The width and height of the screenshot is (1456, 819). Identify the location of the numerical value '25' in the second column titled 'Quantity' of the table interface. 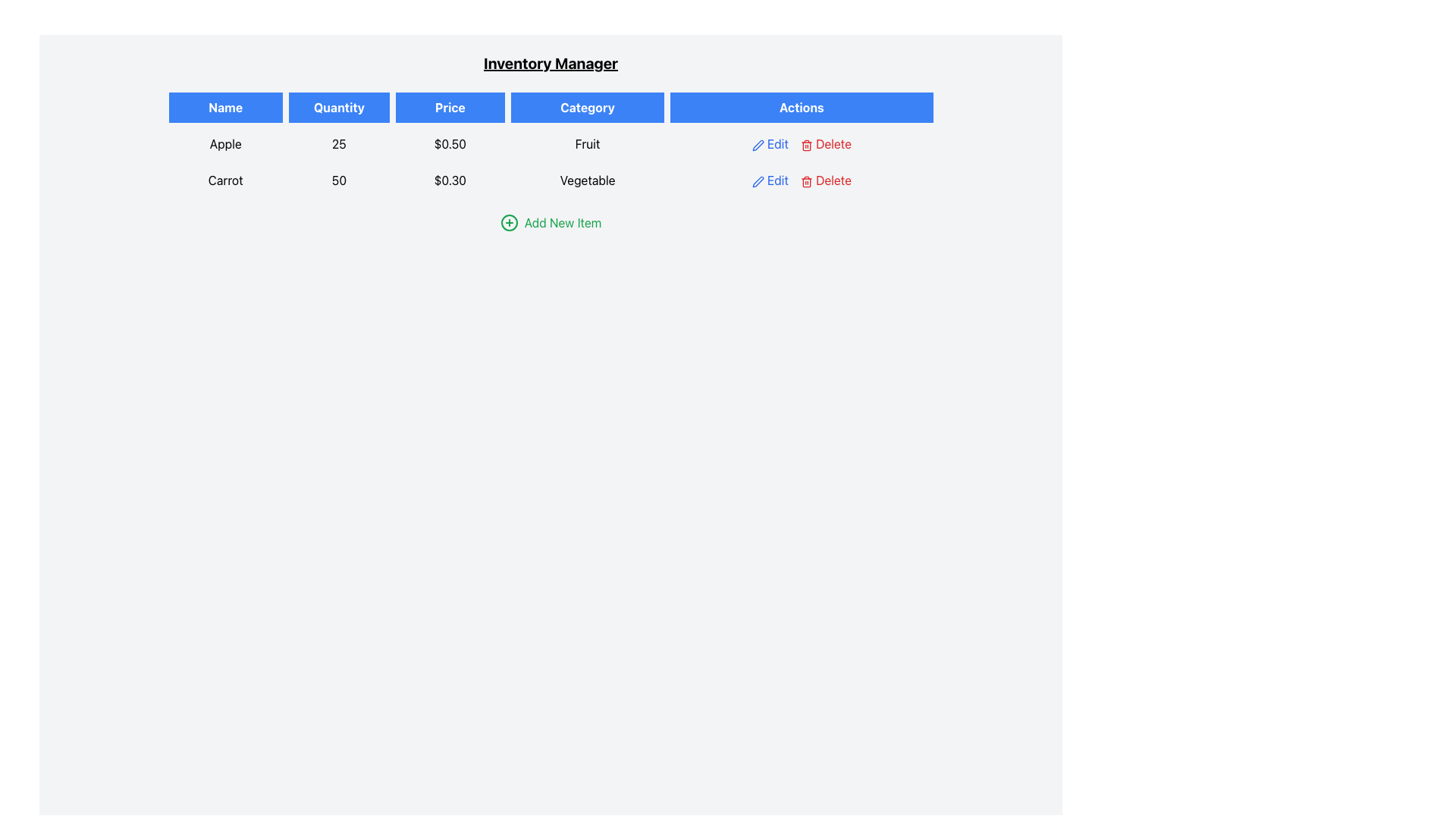
(338, 143).